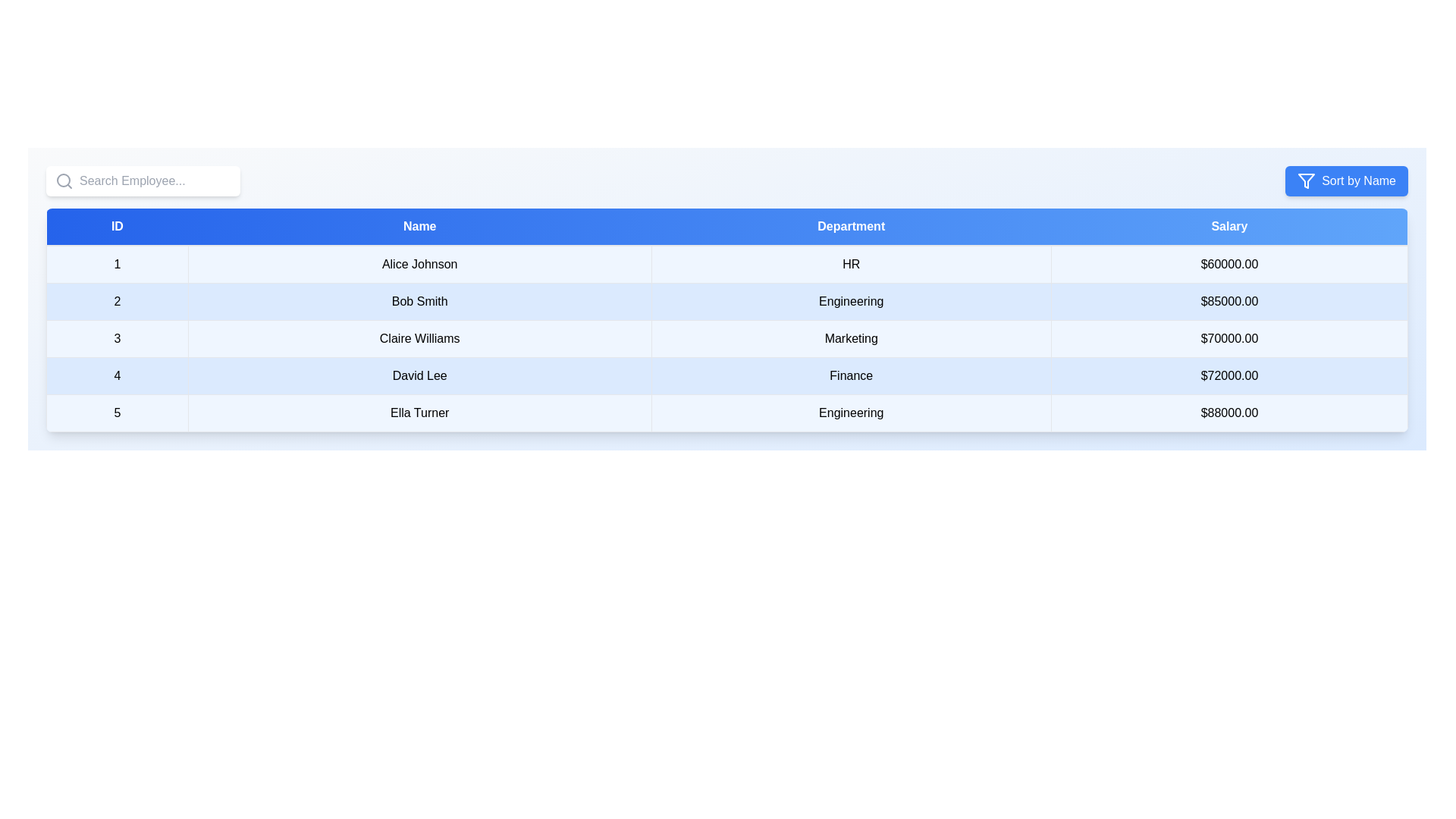 The image size is (1456, 819). Describe the element at coordinates (116, 375) in the screenshot. I see `the static text element that indicates the ID number of the employee 'David Lee'` at that location.